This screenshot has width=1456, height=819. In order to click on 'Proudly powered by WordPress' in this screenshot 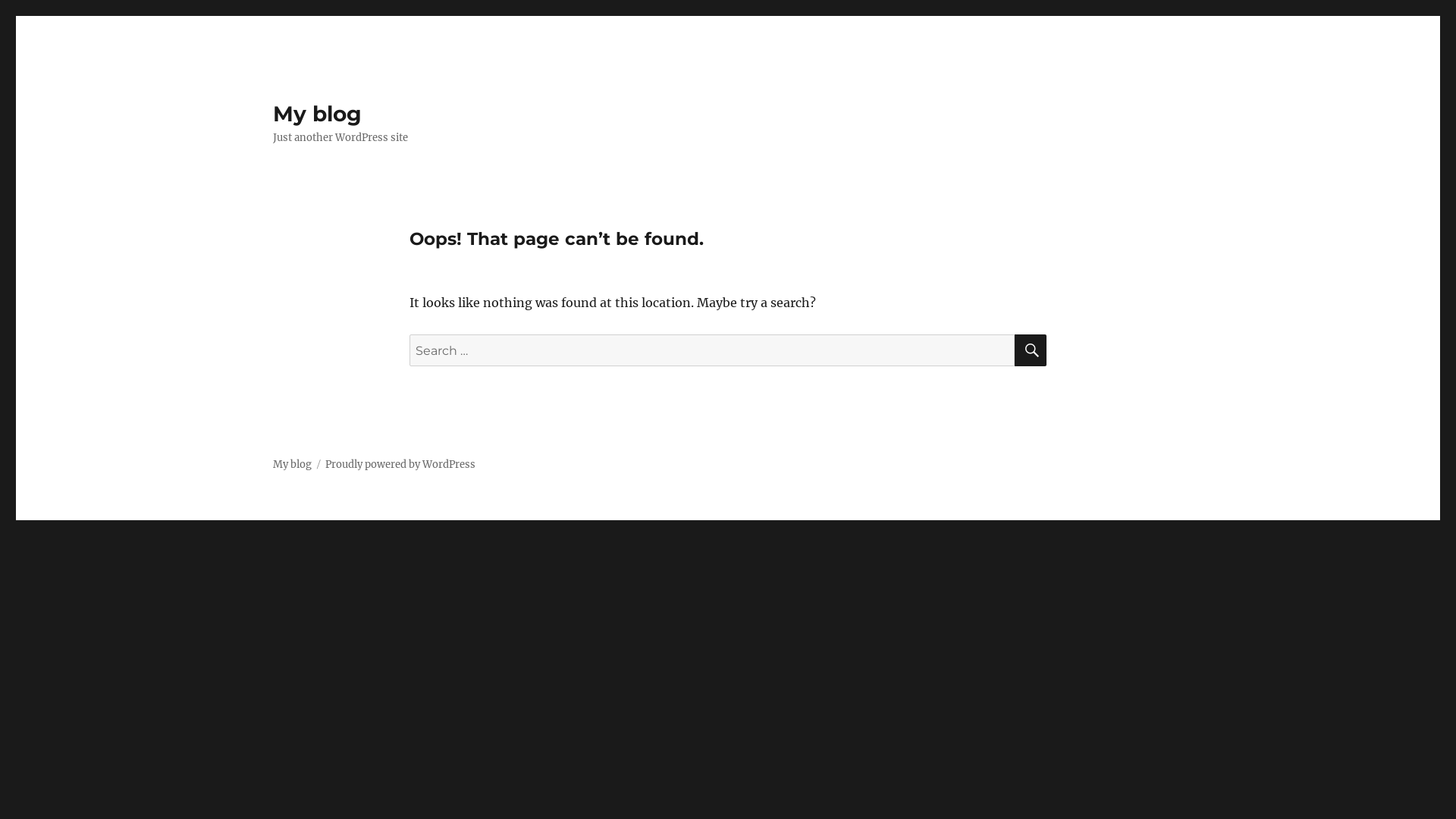, I will do `click(400, 463)`.